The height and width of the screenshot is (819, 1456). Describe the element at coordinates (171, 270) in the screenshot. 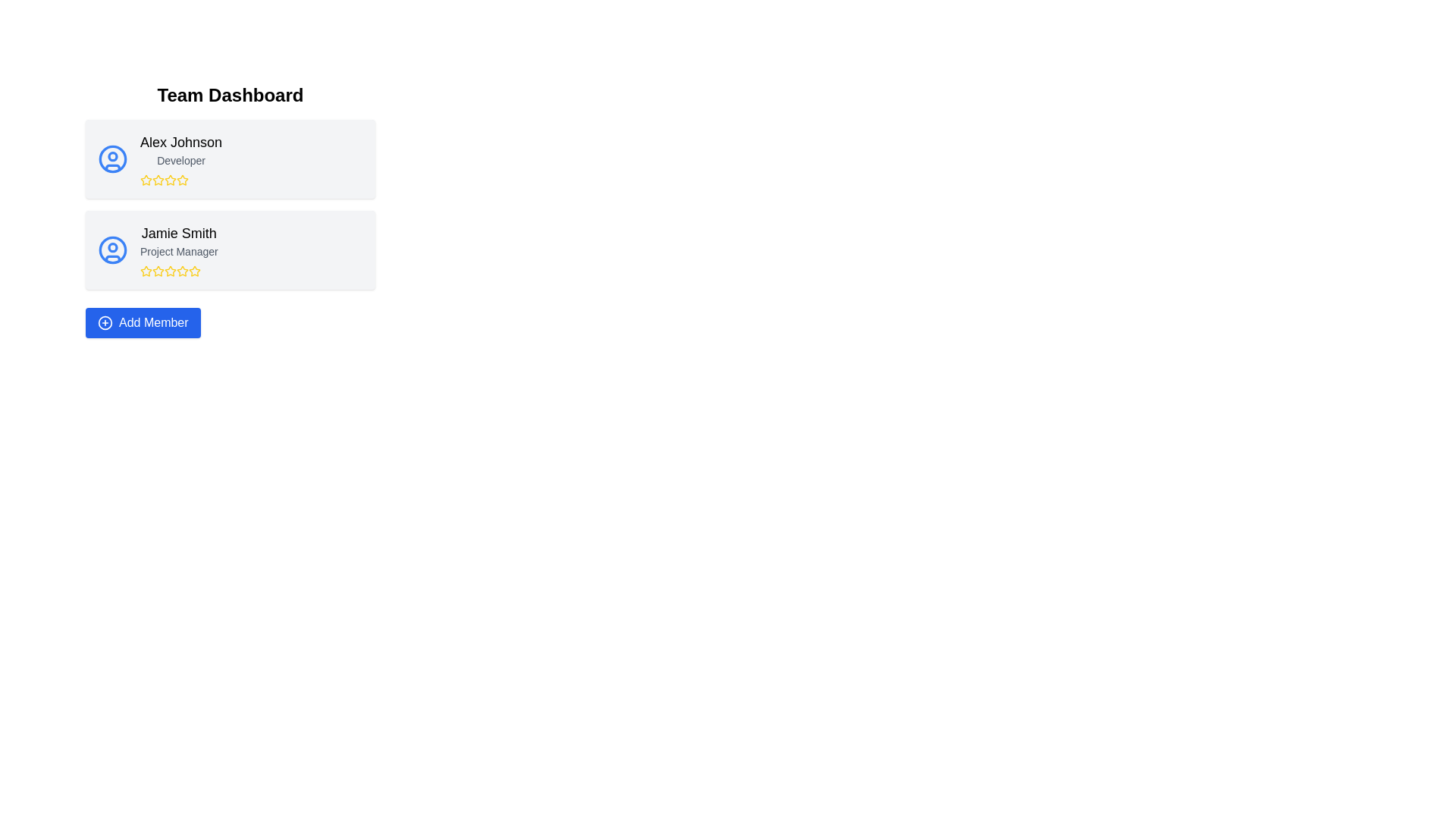

I see `the third star icon in the rating component for Jamie Smith, located below their name and role in the second card` at that location.